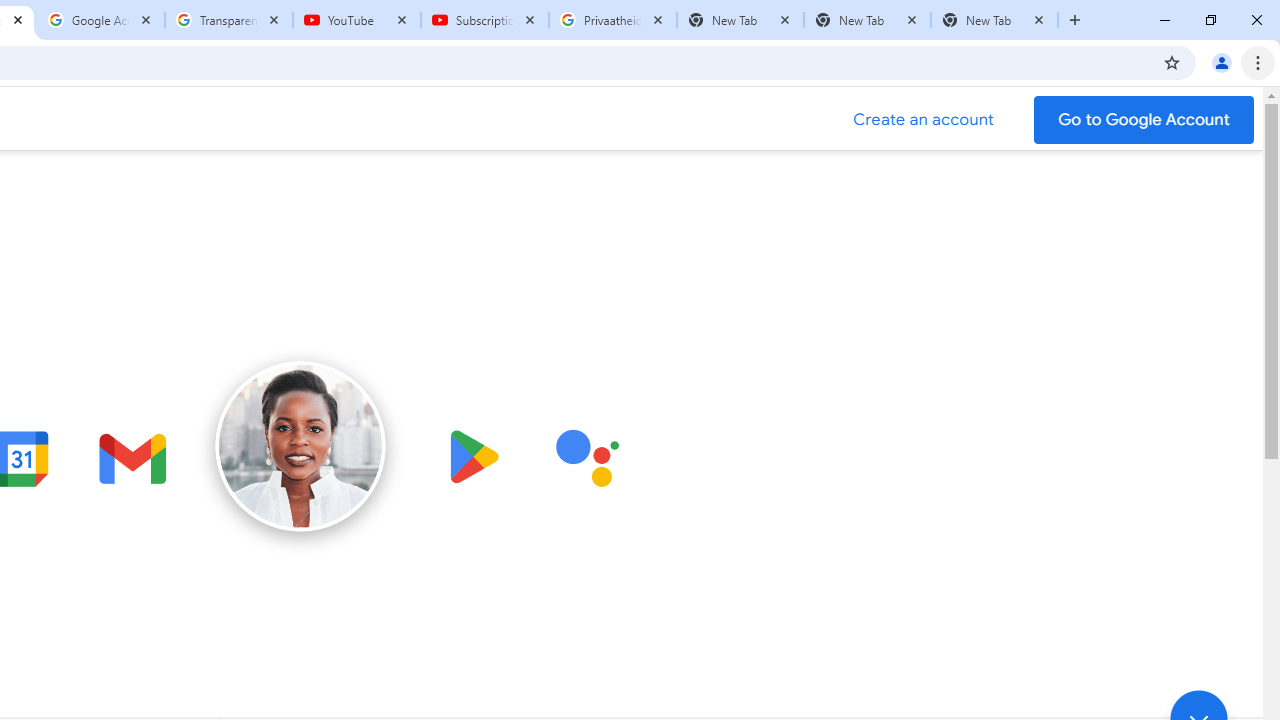  What do you see at coordinates (923, 119) in the screenshot?
I see `'Create a Google Account'` at bounding box center [923, 119].